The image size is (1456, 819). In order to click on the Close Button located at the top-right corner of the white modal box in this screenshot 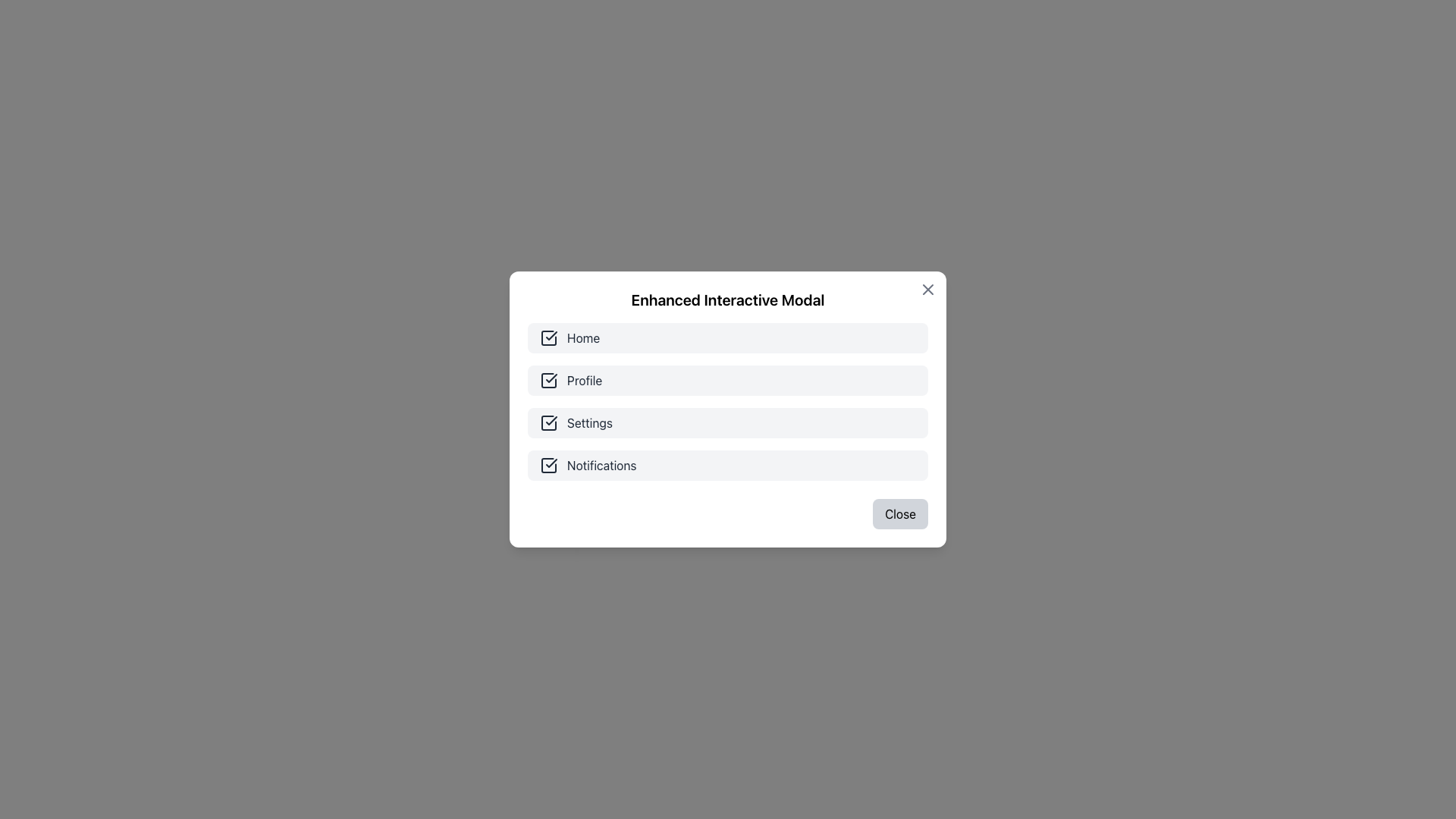, I will do `click(927, 289)`.